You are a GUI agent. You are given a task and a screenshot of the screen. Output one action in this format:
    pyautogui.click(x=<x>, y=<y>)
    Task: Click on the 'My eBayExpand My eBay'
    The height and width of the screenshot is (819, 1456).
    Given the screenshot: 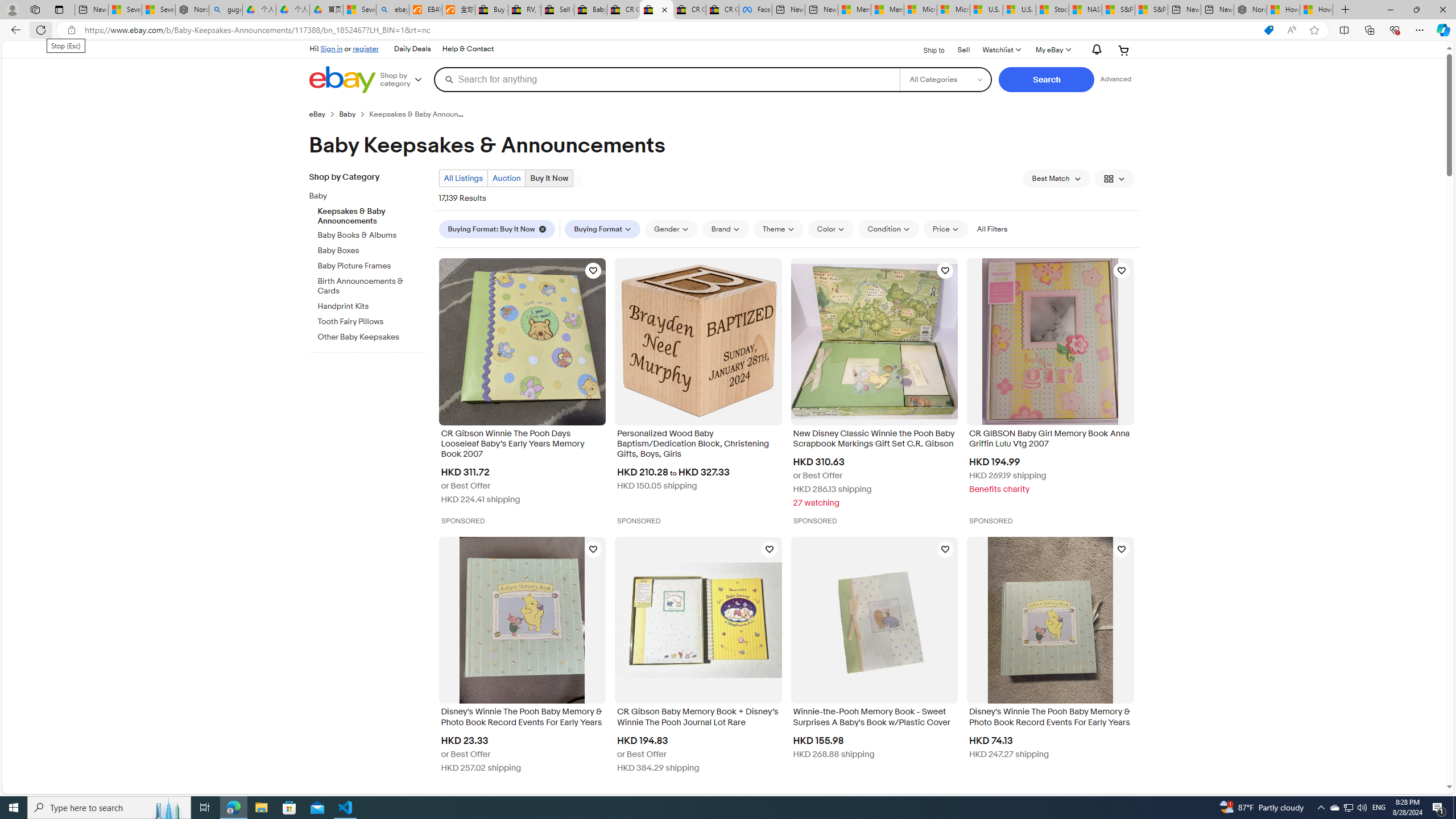 What is the action you would take?
    pyautogui.click(x=1052, y=49)
    